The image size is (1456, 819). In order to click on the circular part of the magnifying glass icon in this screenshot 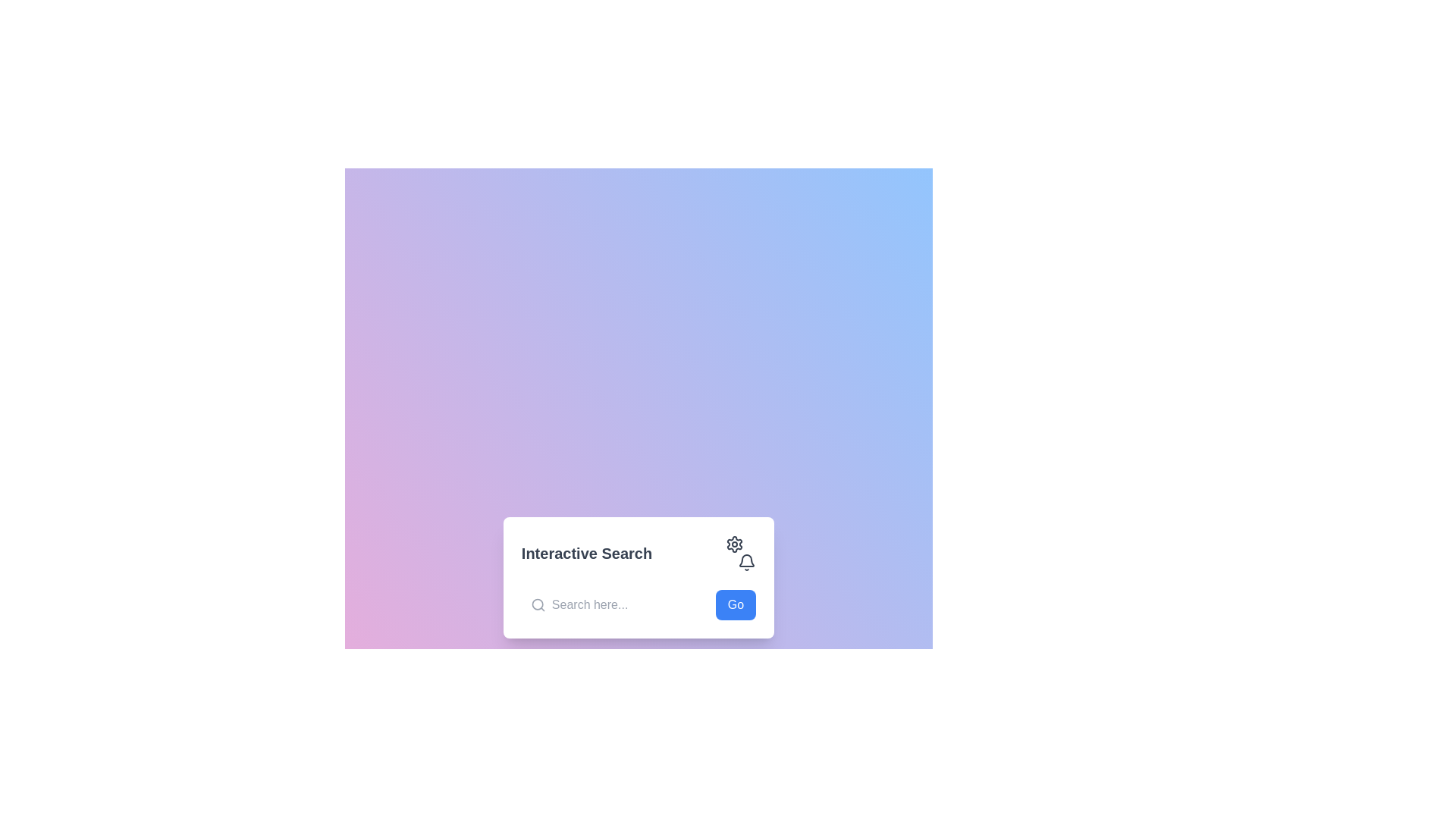, I will do `click(538, 604)`.